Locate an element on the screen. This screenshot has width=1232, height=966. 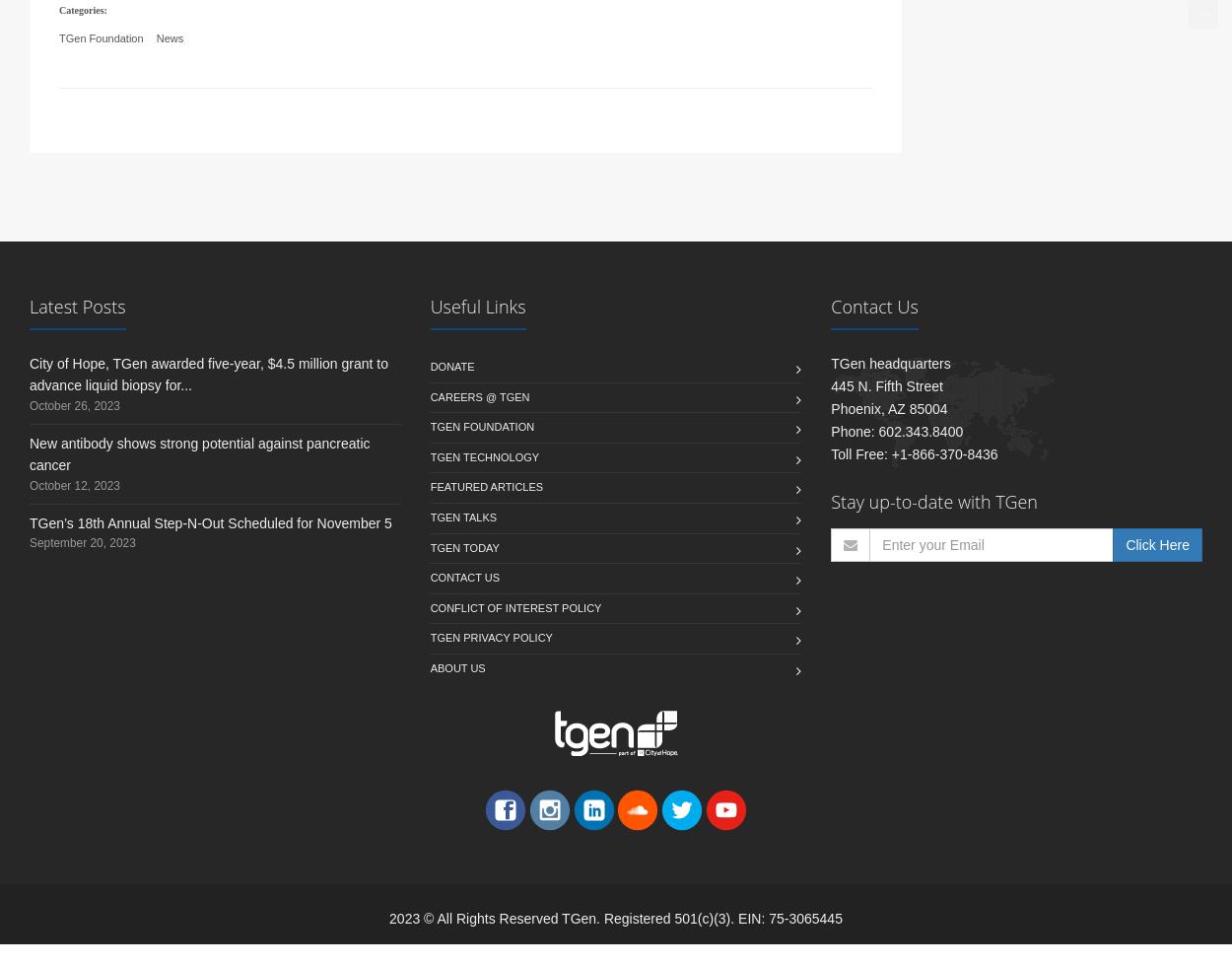
'TGen Technology' is located at coordinates (483, 479).